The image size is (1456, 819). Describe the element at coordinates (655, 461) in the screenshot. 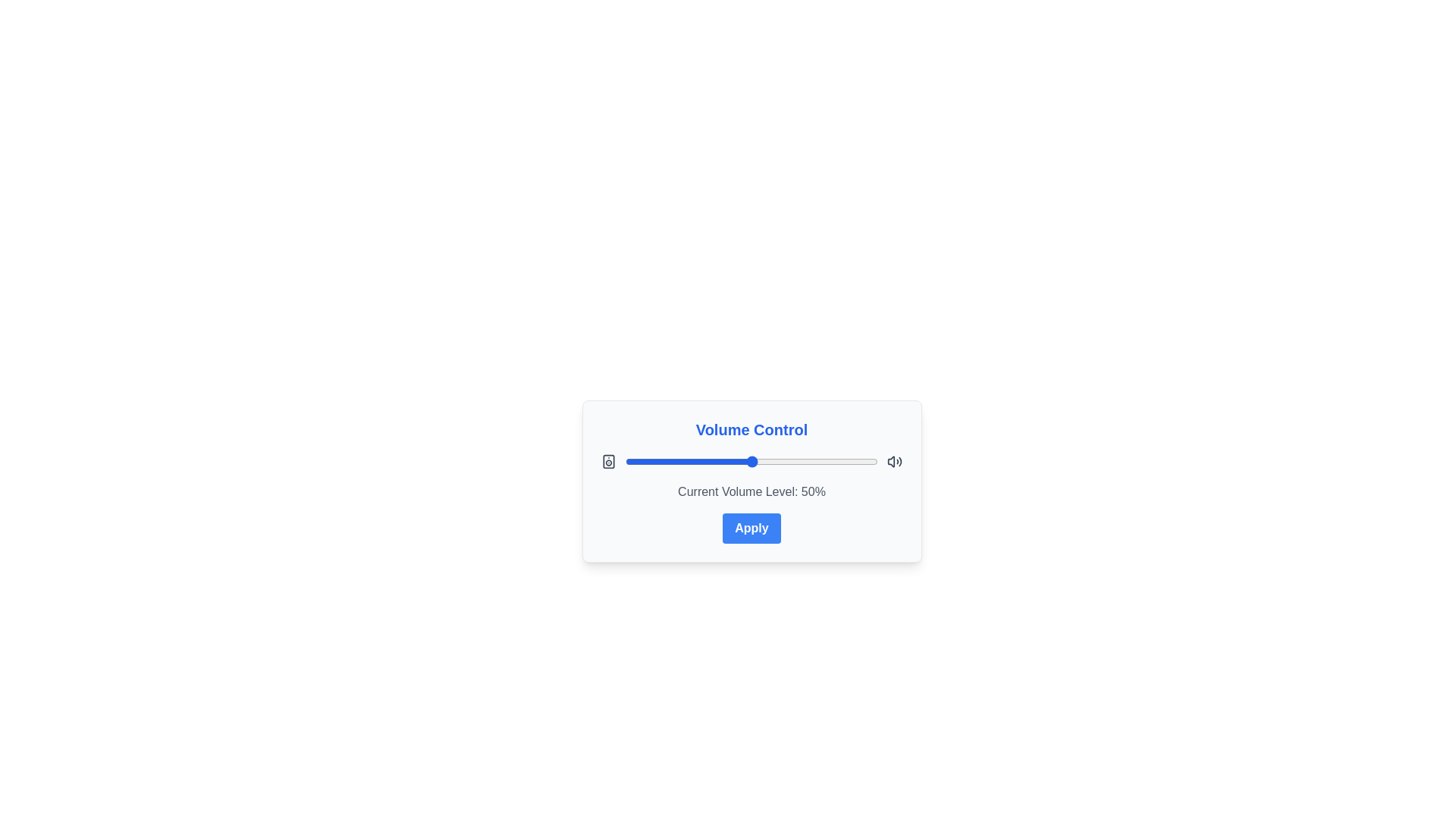

I see `the volume level` at that location.